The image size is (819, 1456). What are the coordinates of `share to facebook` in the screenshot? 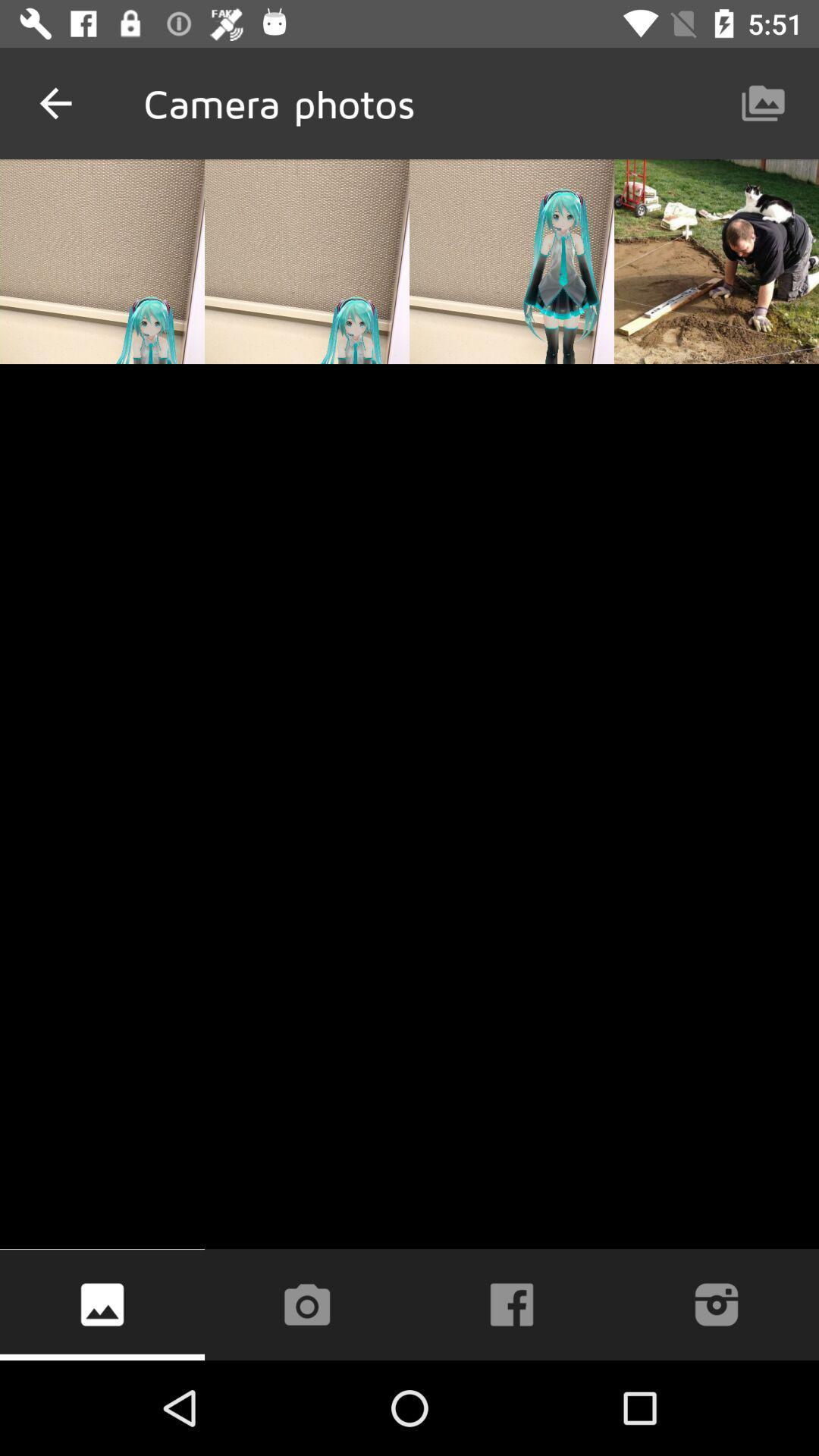 It's located at (512, 1304).